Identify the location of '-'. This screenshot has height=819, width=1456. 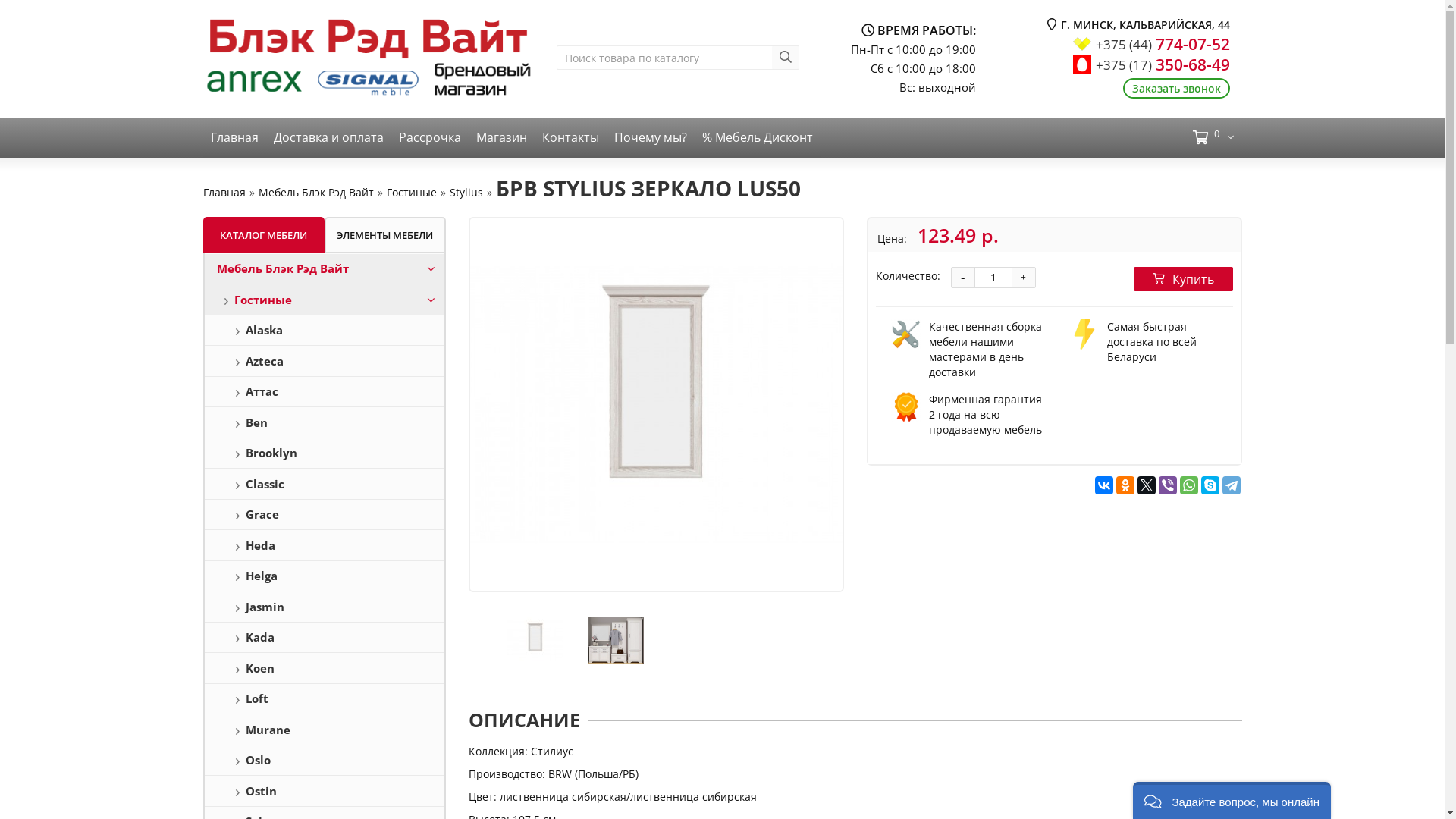
(961, 278).